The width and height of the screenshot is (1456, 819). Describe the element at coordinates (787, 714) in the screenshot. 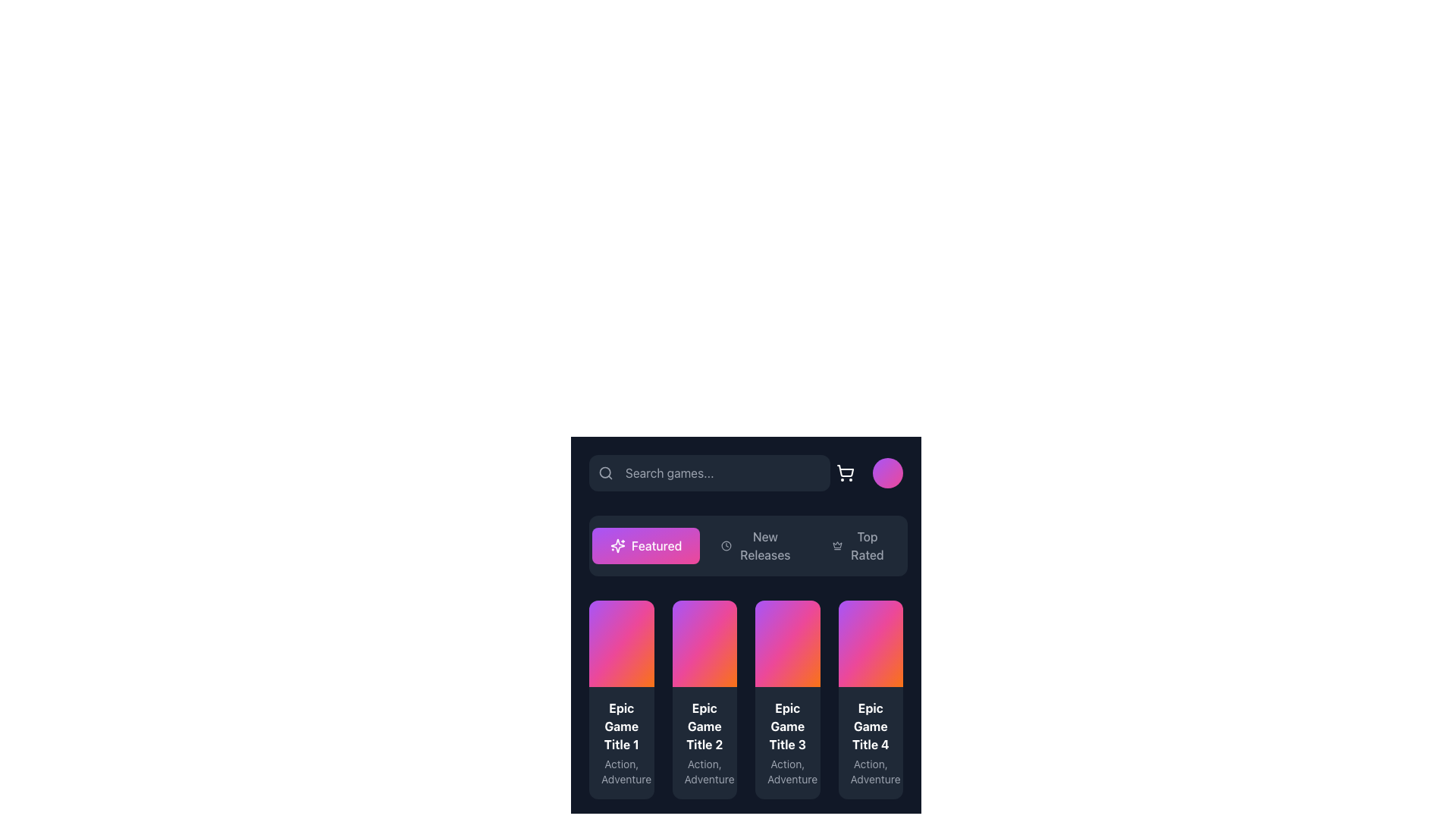

I see `text label located immediately below the title 'Epic Game Title 3' in the middle part of the card's lower section` at that location.